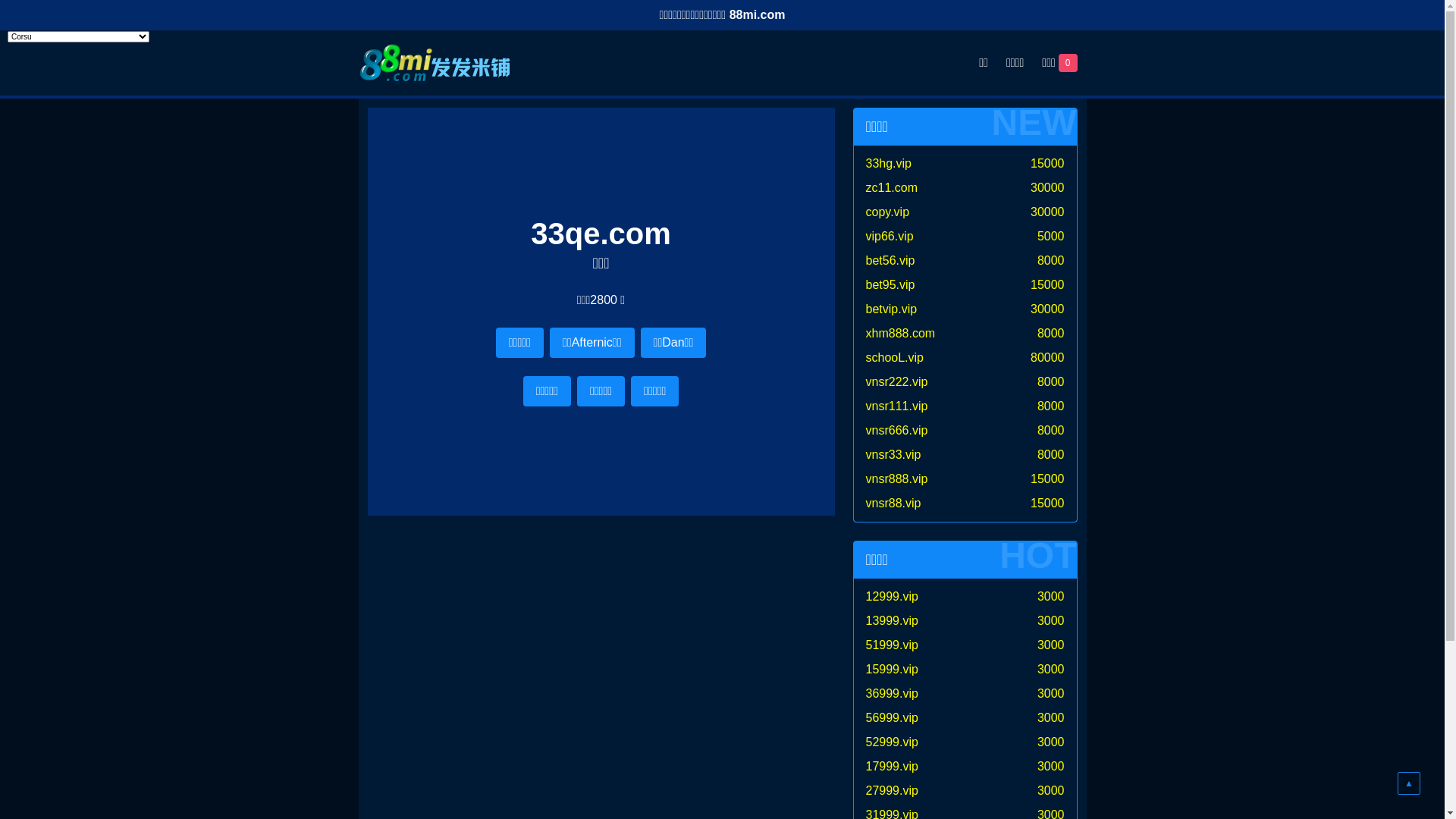 This screenshot has height=819, width=1456. Describe the element at coordinates (896, 430) in the screenshot. I see `'vnsr666.vip'` at that location.